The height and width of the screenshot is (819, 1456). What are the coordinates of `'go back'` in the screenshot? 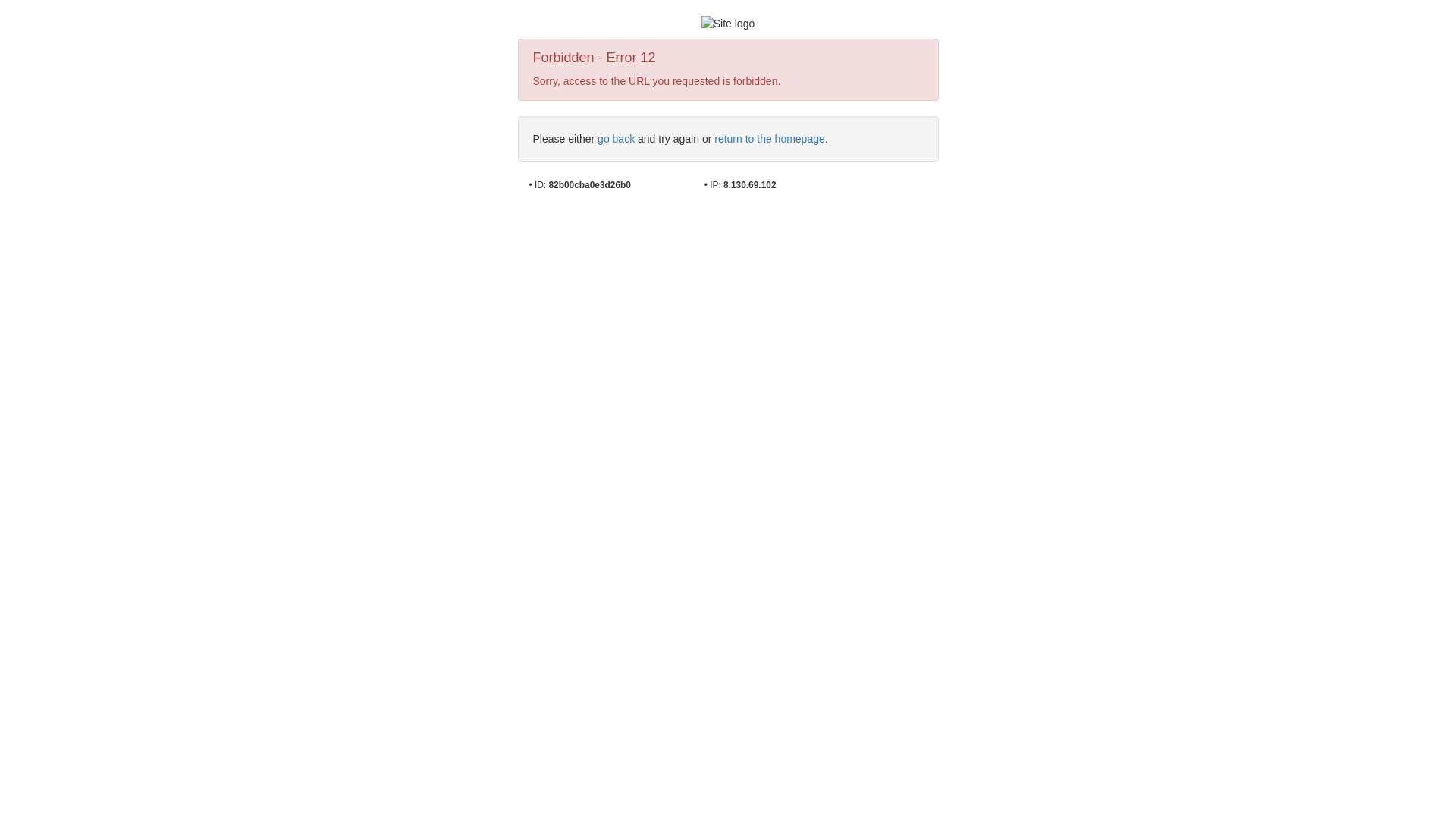 It's located at (616, 138).